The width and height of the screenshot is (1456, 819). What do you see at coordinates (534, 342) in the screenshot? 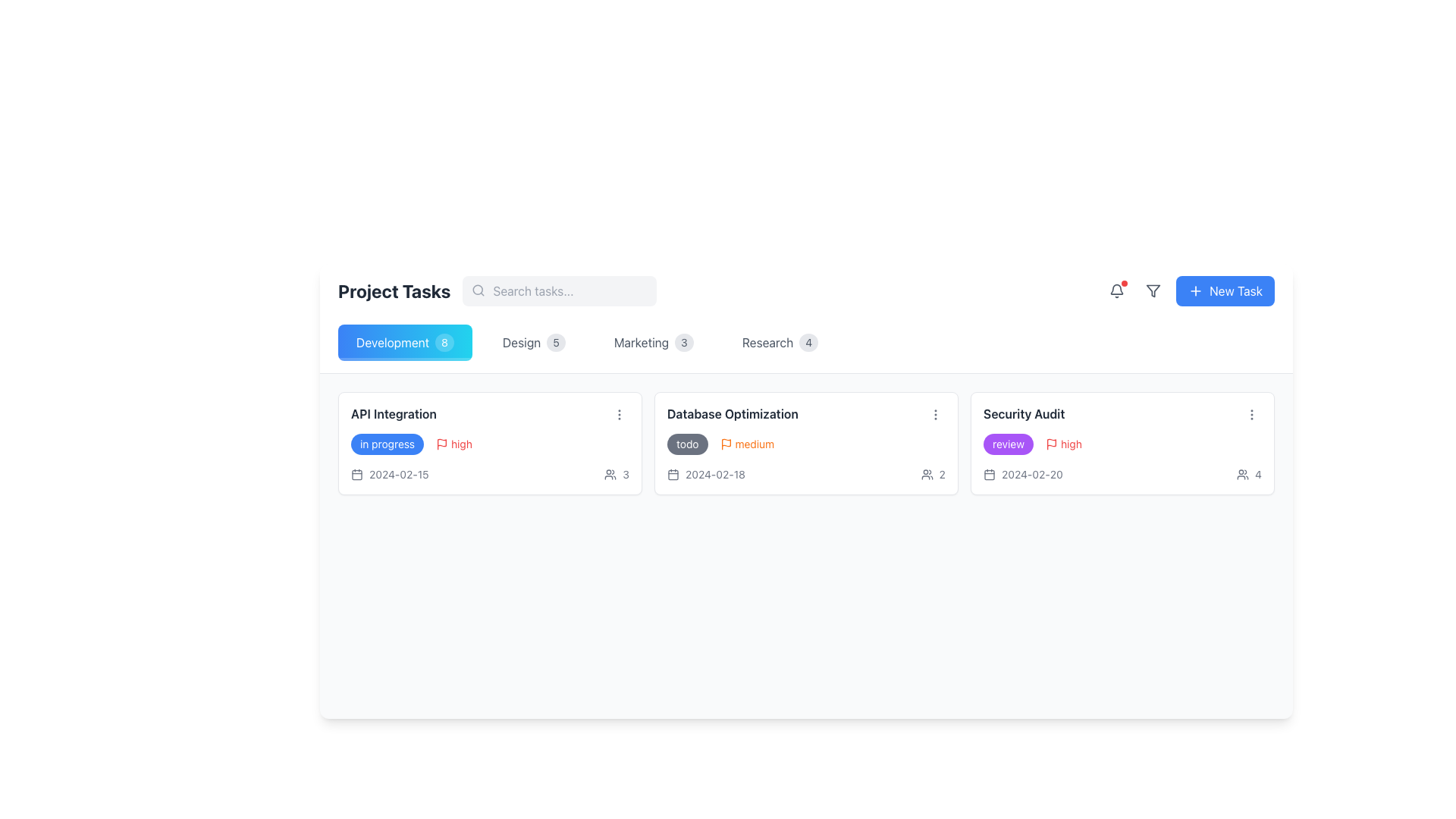
I see `to select the category 'Design', which is a text segment followed by a badge with the number '5', located in the navigation bar after 'Development'` at bounding box center [534, 342].